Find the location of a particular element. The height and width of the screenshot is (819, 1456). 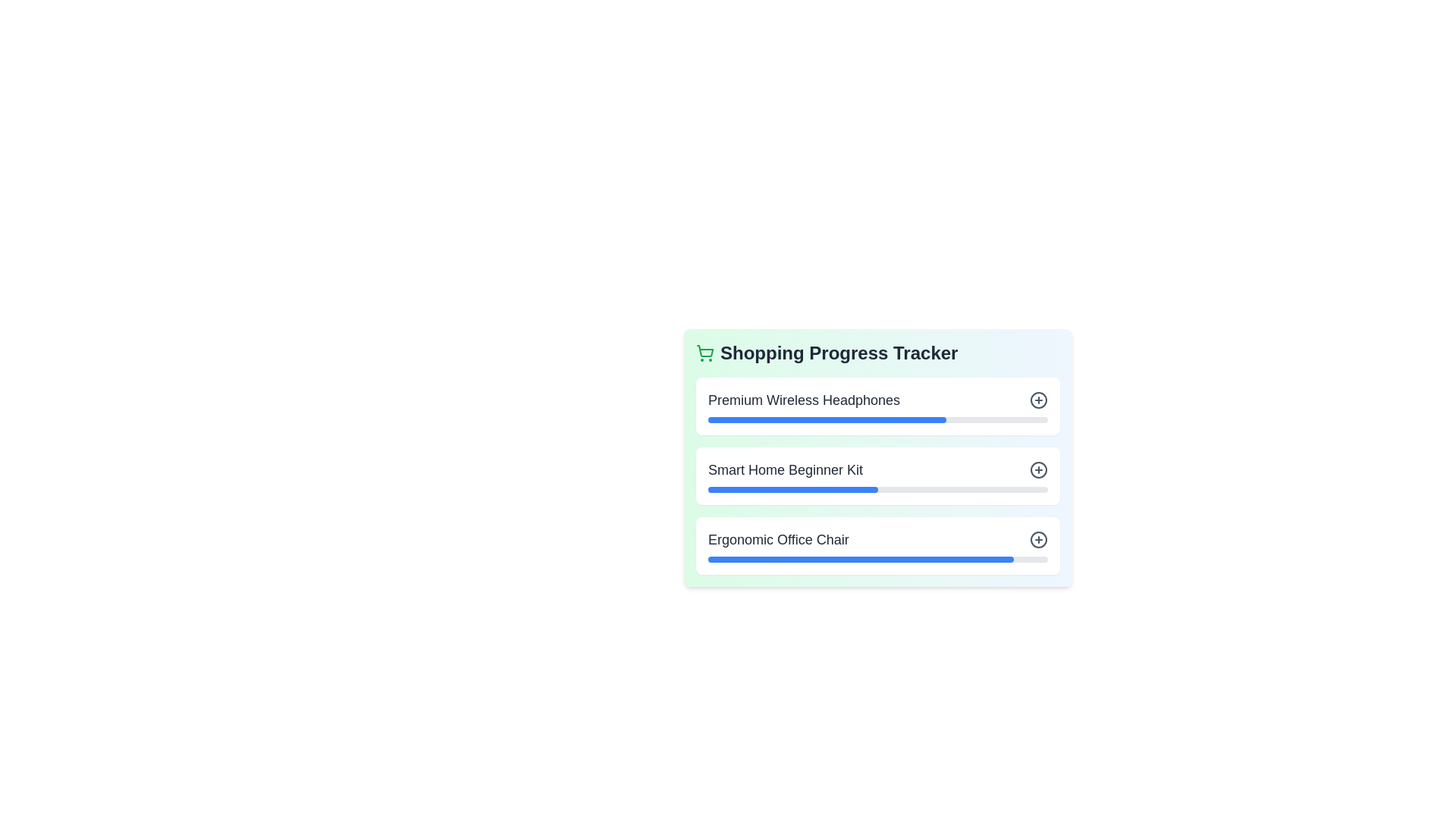

the text label denoting the name of the shopping list item, specifically 'Ergonomic Office Chair', located at the lower part of the shopping tracker interface is located at coordinates (778, 539).